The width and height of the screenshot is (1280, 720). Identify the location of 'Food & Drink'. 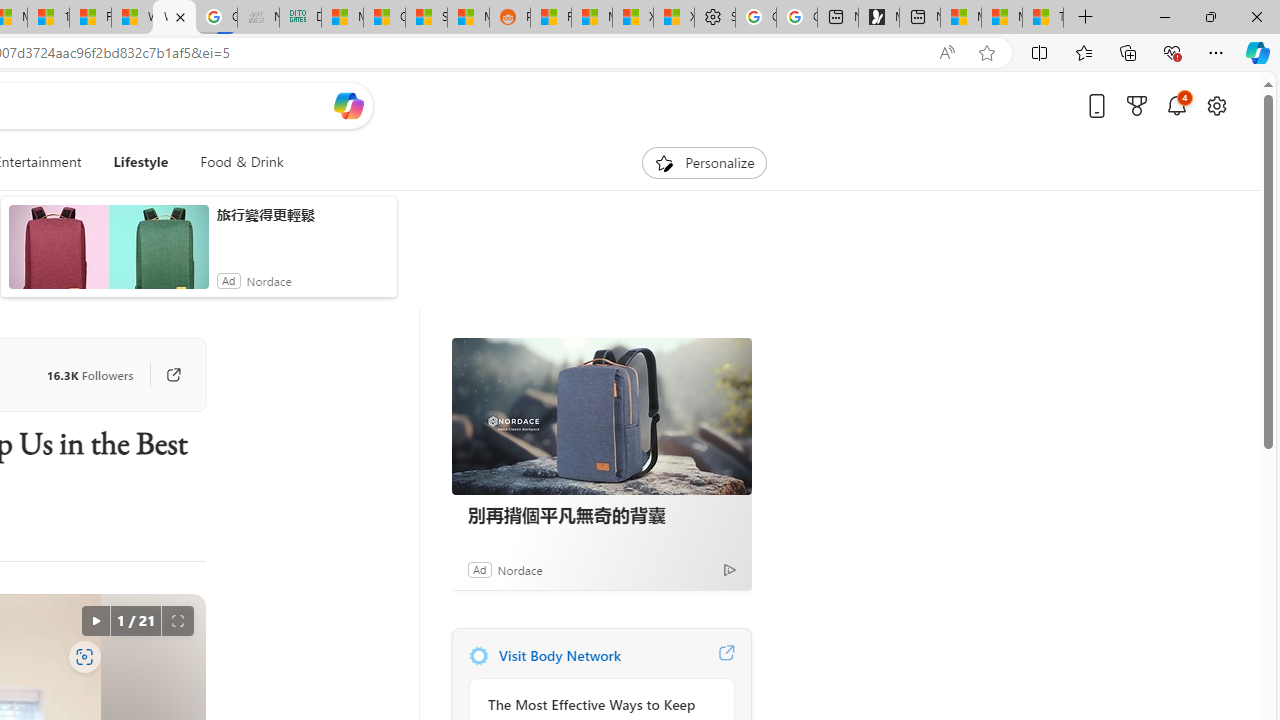
(240, 162).